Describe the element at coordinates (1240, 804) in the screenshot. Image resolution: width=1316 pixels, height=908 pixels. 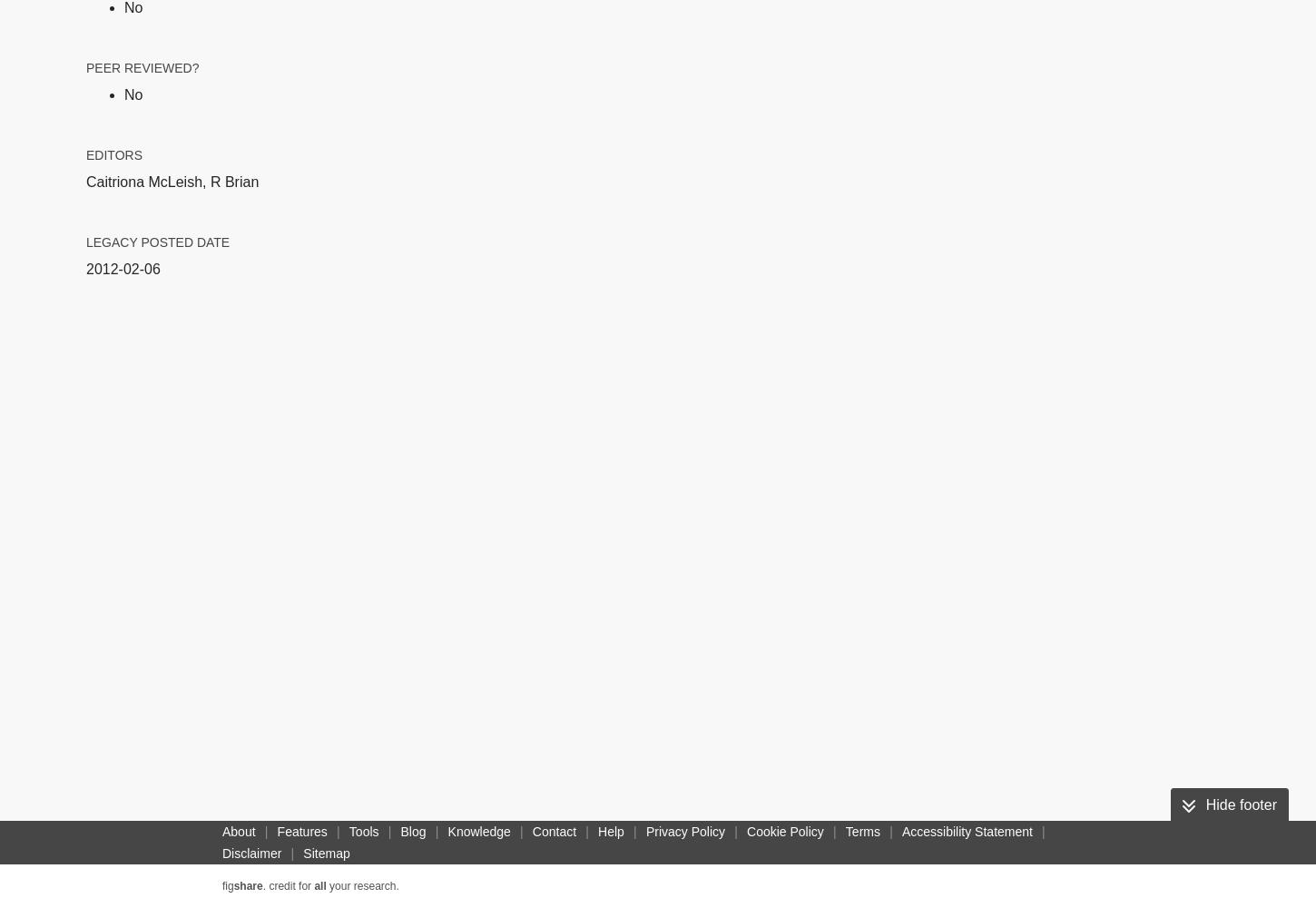
I see `'Hide footer'` at that location.